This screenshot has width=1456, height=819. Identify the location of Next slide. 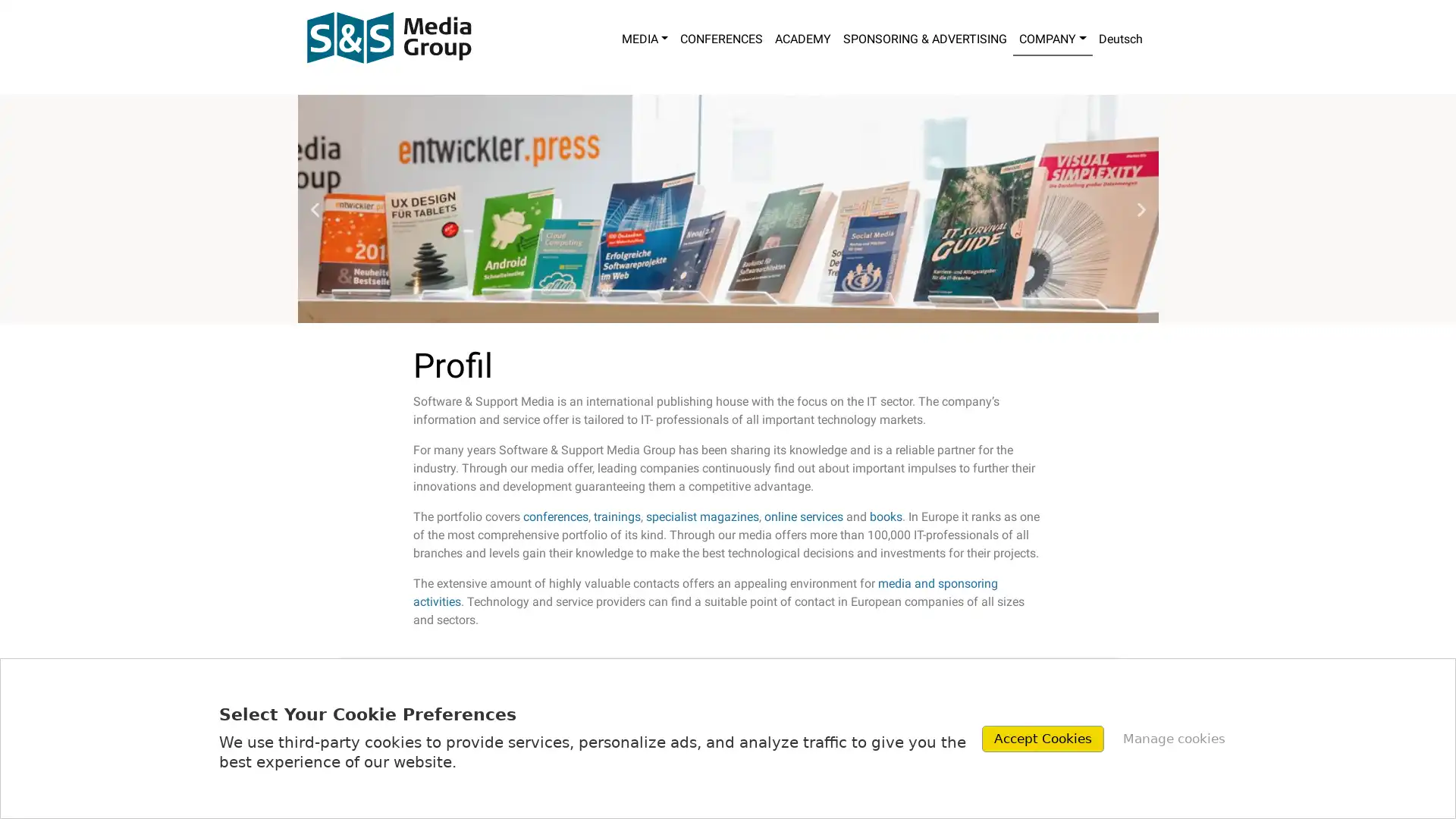
(1141, 209).